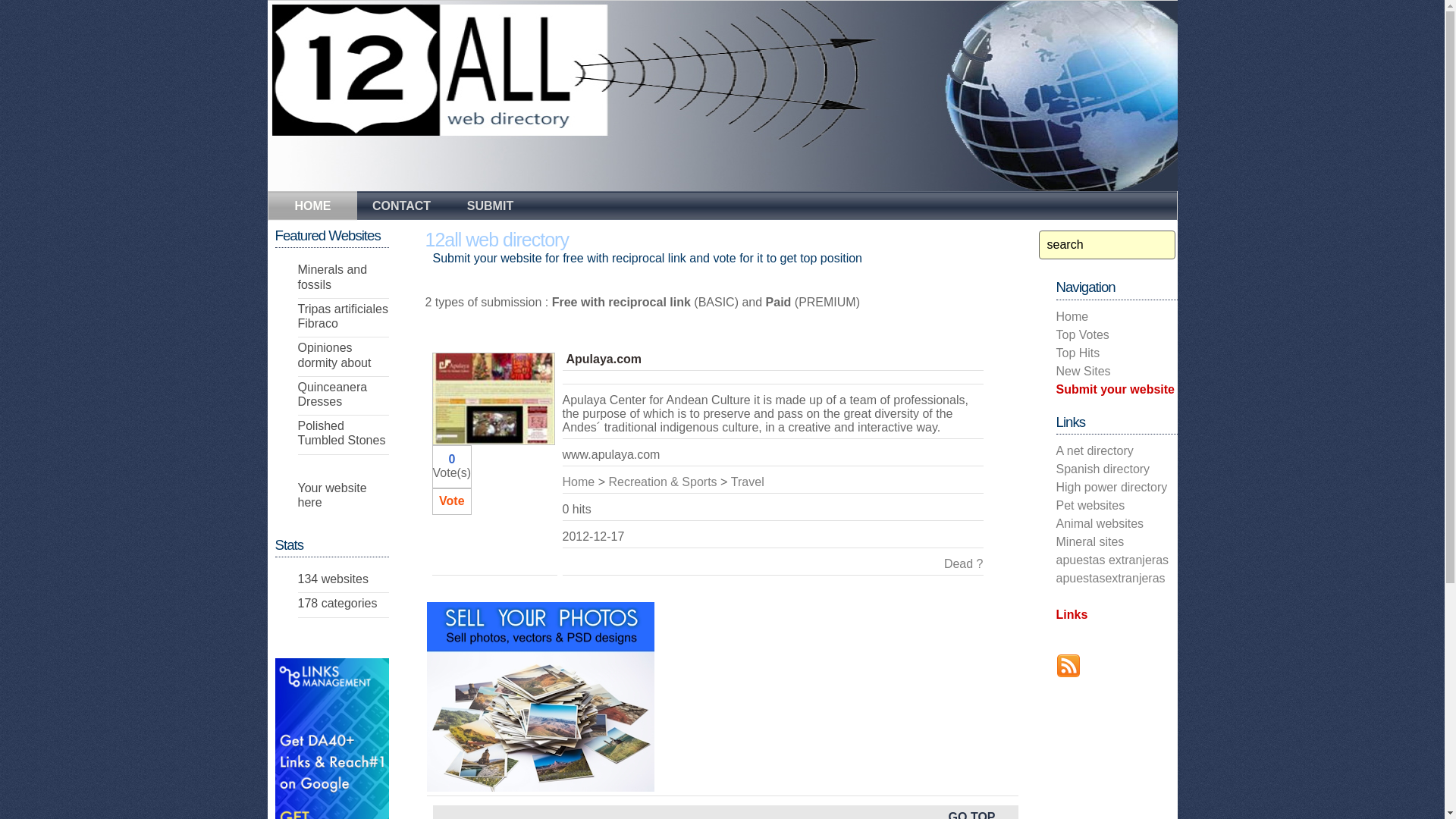 The width and height of the screenshot is (1456, 819). What do you see at coordinates (963, 563) in the screenshot?
I see `'Dead ?'` at bounding box center [963, 563].